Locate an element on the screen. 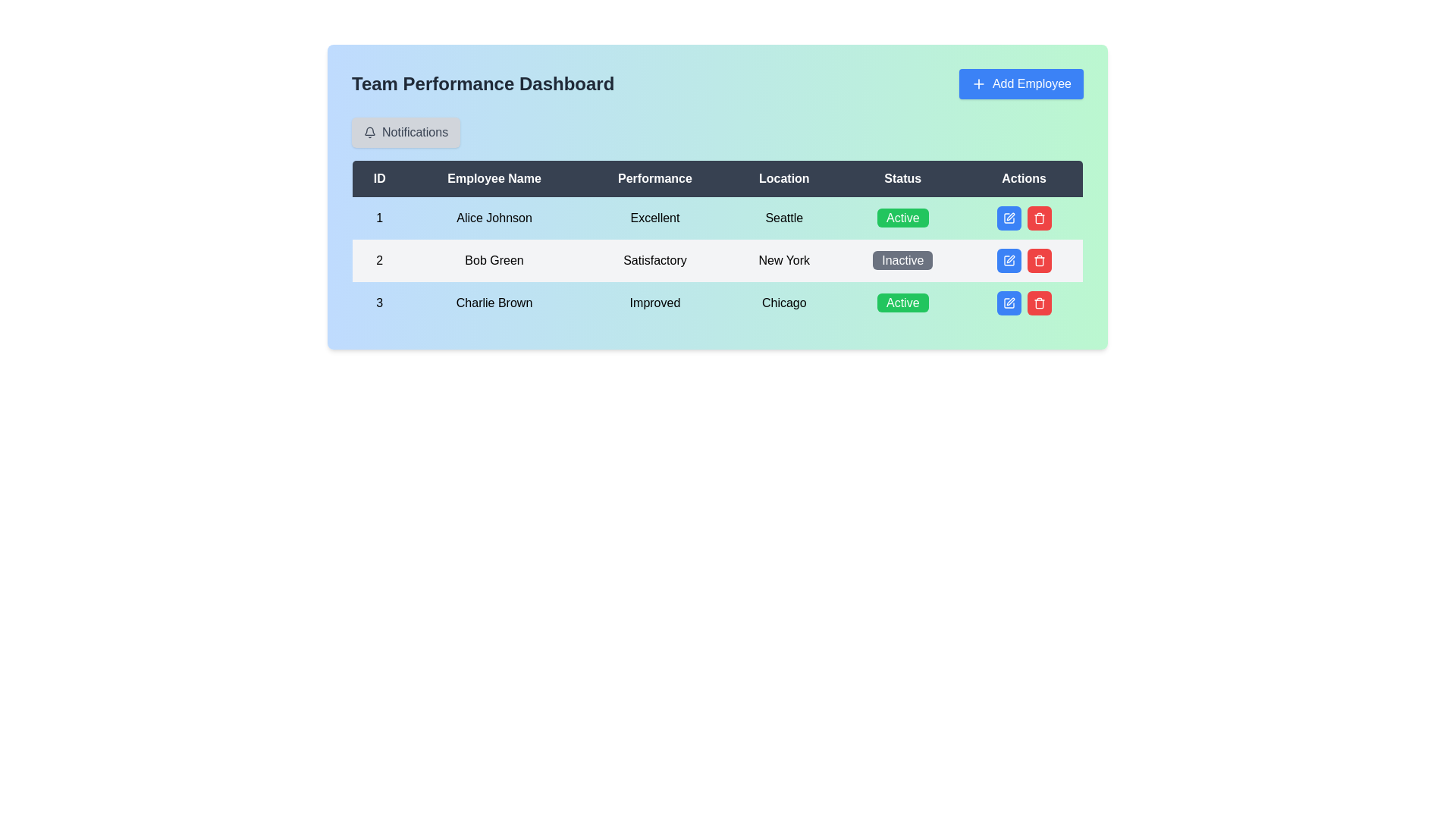  the red trash icon button with a white trash can symbol located in the 'Actions' column of the second row in the data table is located at coordinates (1038, 259).